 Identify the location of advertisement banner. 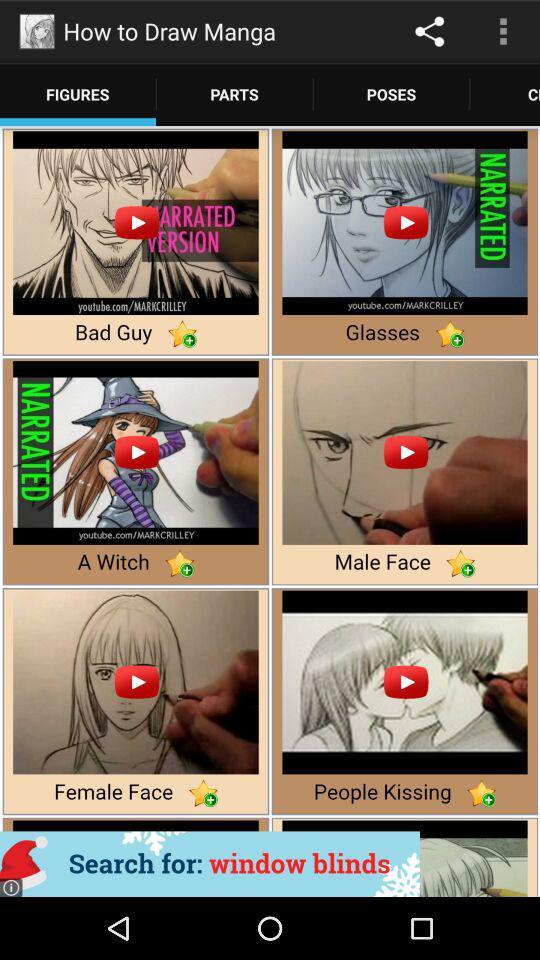
(209, 863).